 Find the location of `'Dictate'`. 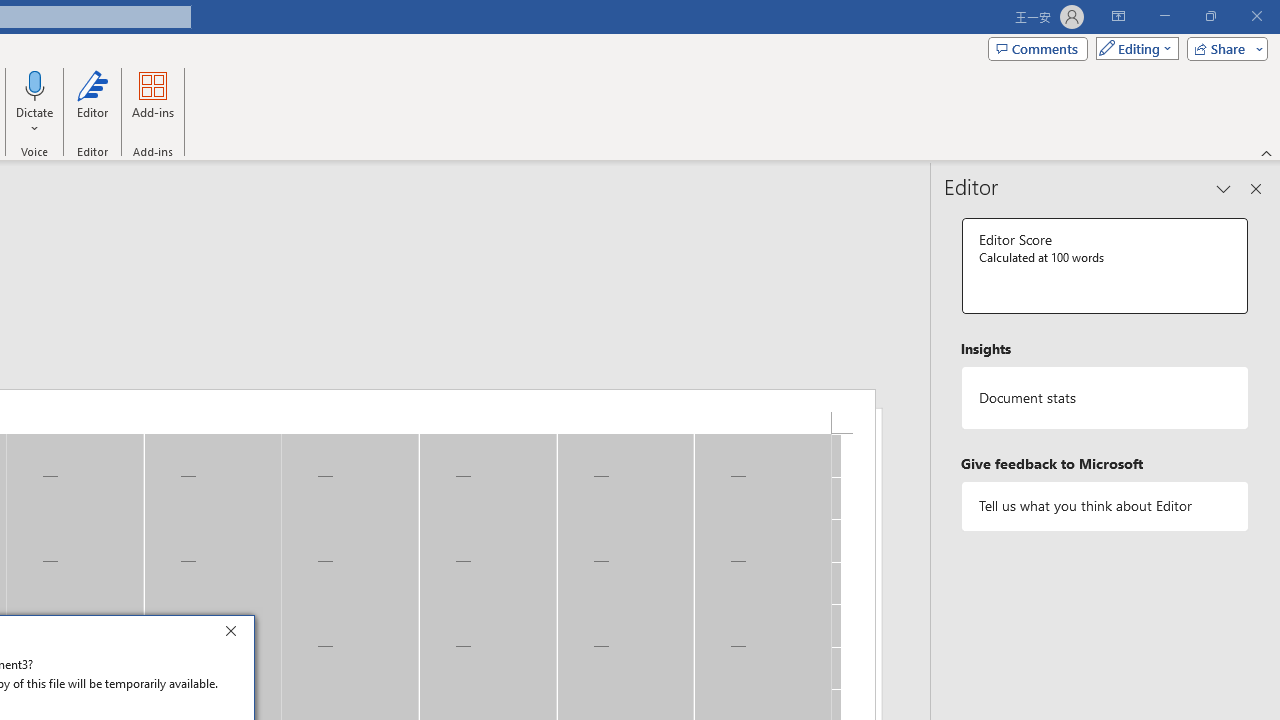

'Dictate' is located at coordinates (35, 84).